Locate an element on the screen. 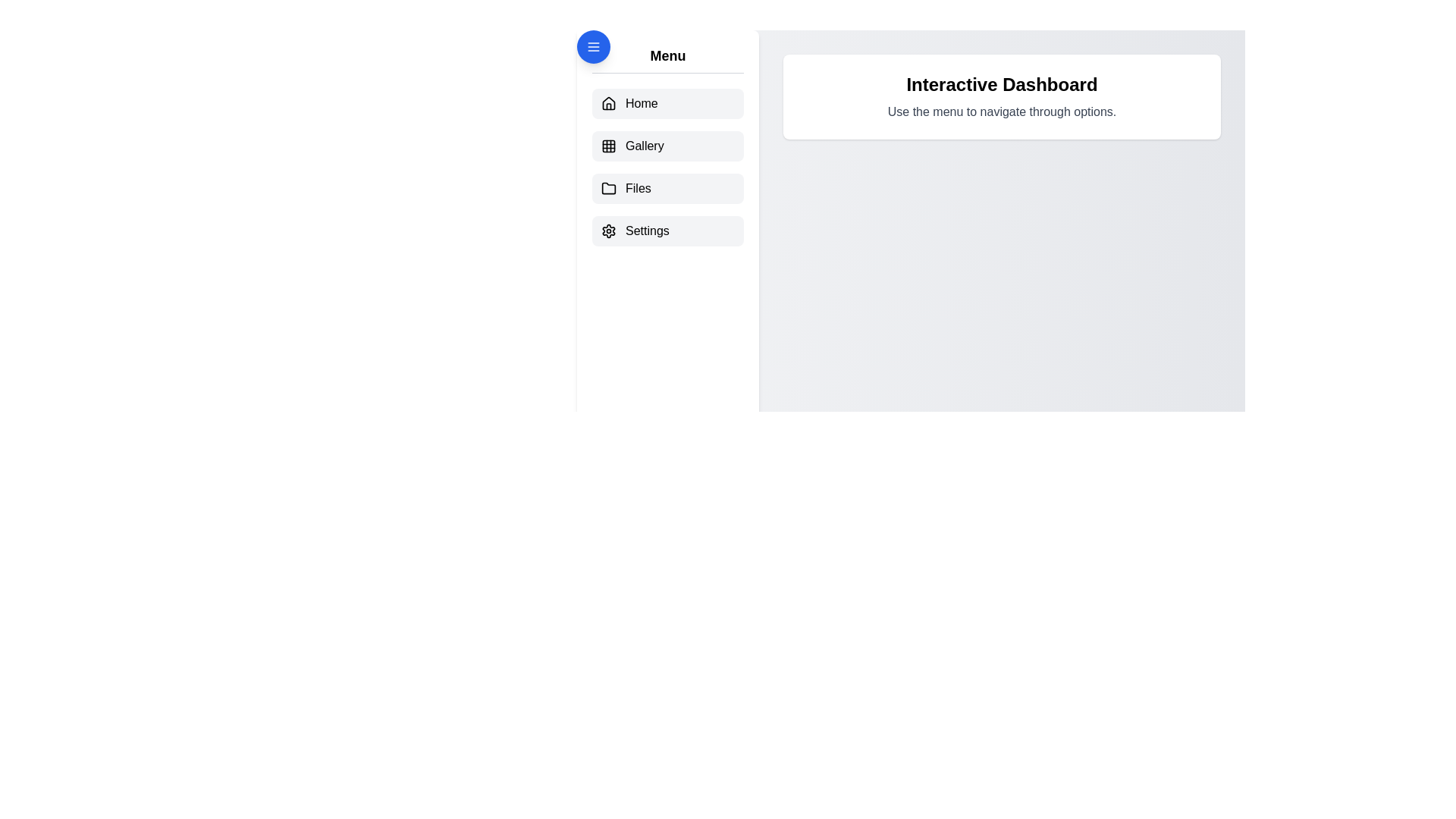  the menu item labeled Settings is located at coordinates (667, 231).